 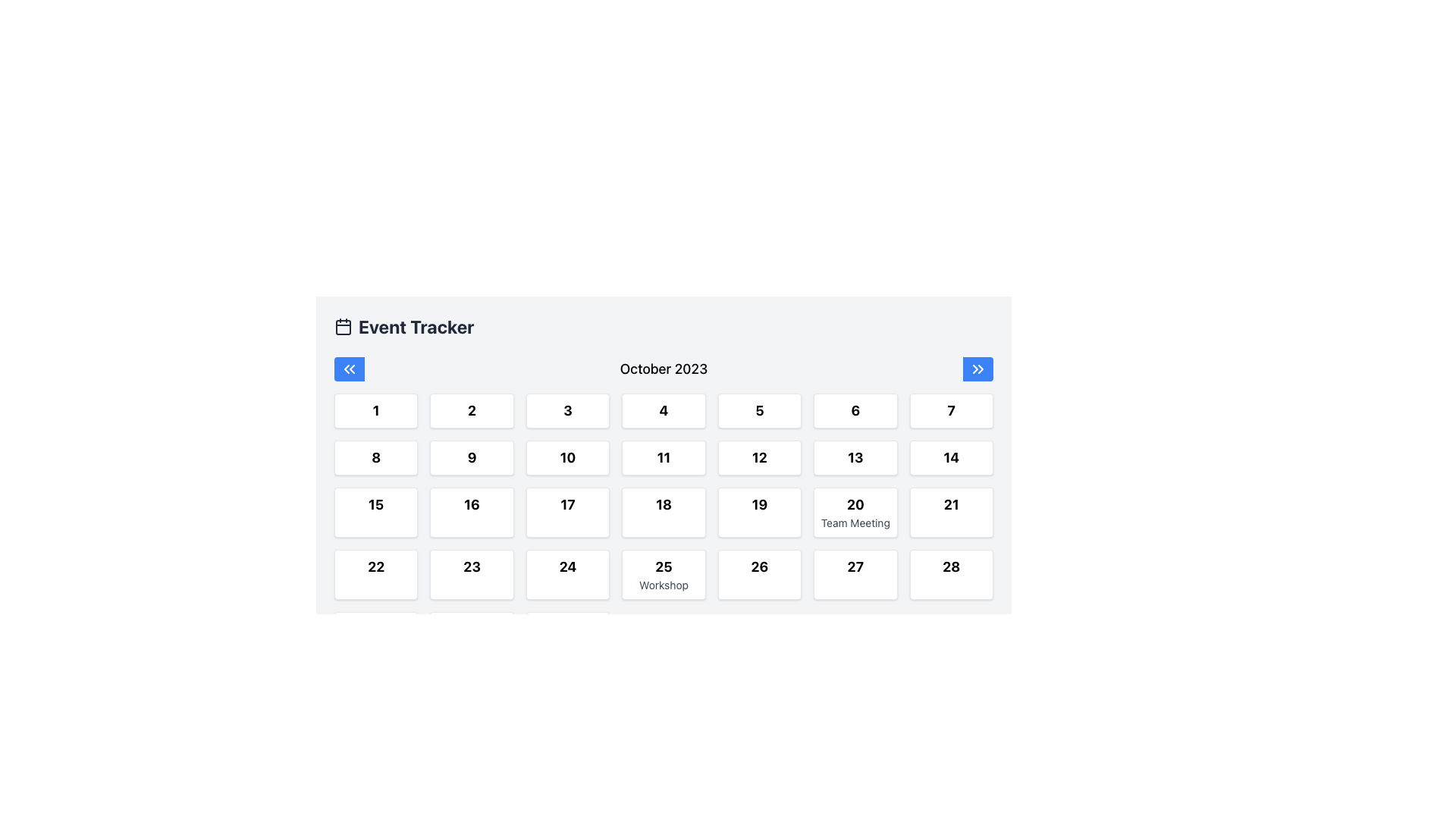 What do you see at coordinates (759, 457) in the screenshot?
I see `the clickable calendar date cell representing the date 12 in the October 2023 calendar` at bounding box center [759, 457].